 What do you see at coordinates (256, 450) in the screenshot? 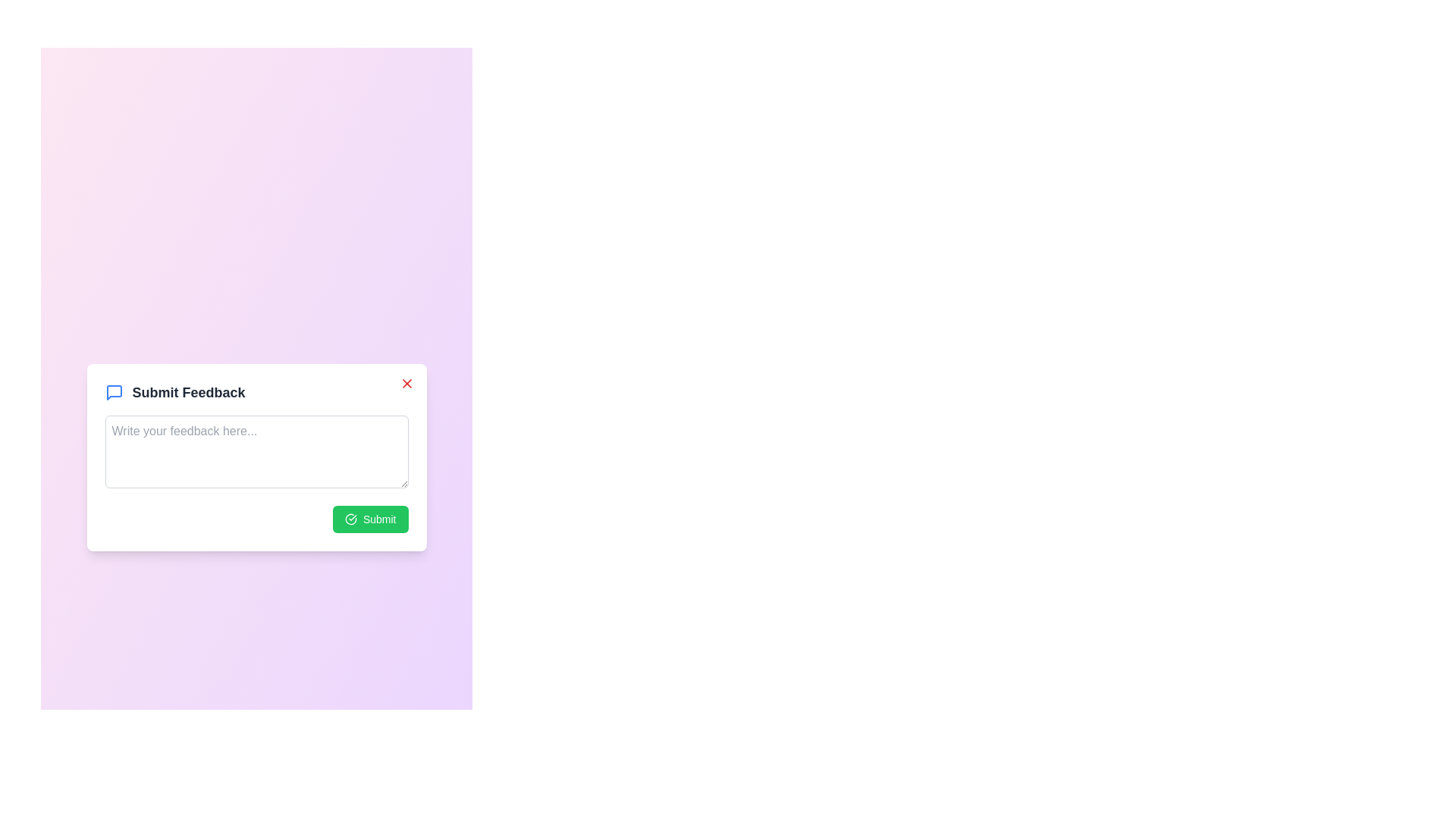
I see `the text area and type the feedback text` at bounding box center [256, 450].